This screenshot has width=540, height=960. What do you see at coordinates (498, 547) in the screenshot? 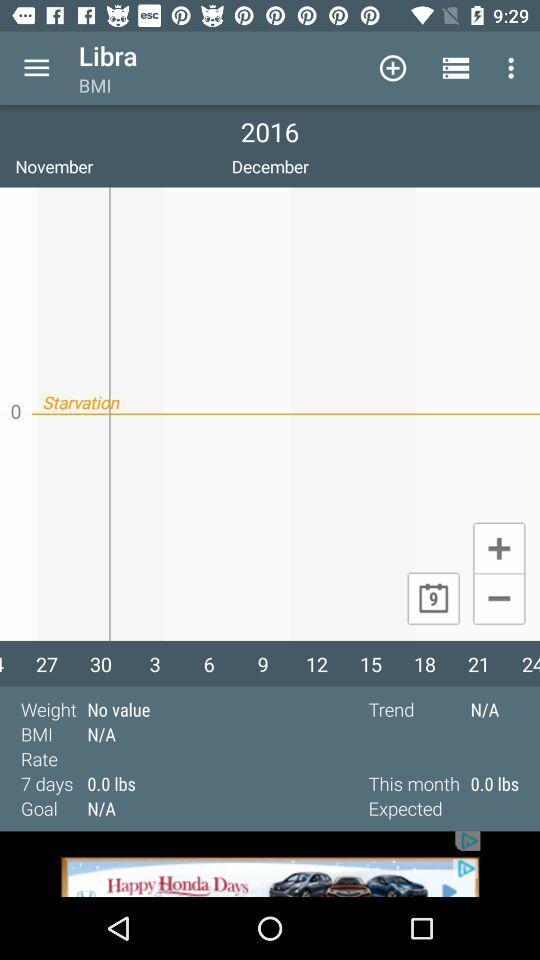
I see `plus mark` at bounding box center [498, 547].